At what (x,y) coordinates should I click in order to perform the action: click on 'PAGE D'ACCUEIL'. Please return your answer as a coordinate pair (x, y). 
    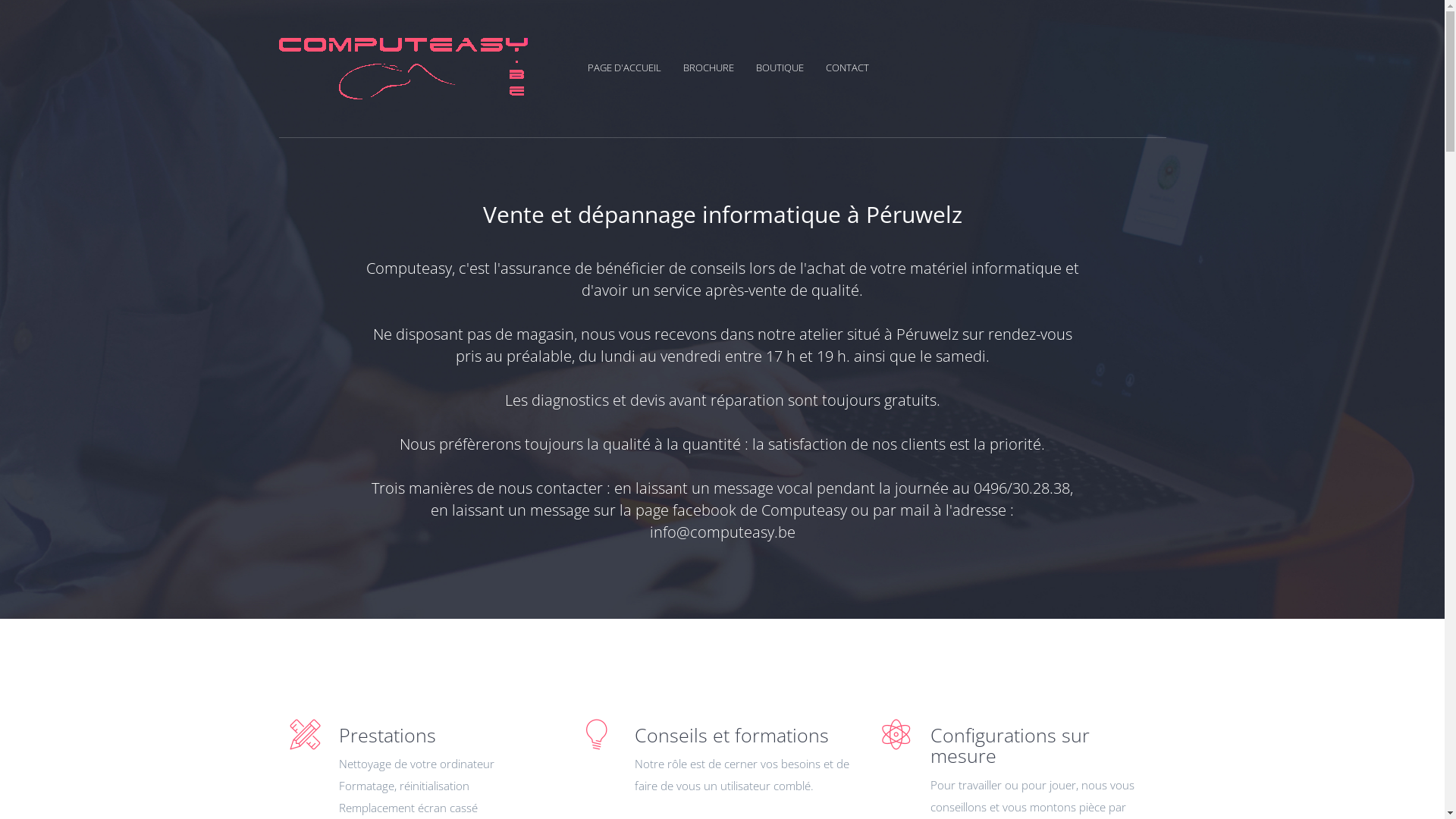
    Looking at the image, I should click on (633, 66).